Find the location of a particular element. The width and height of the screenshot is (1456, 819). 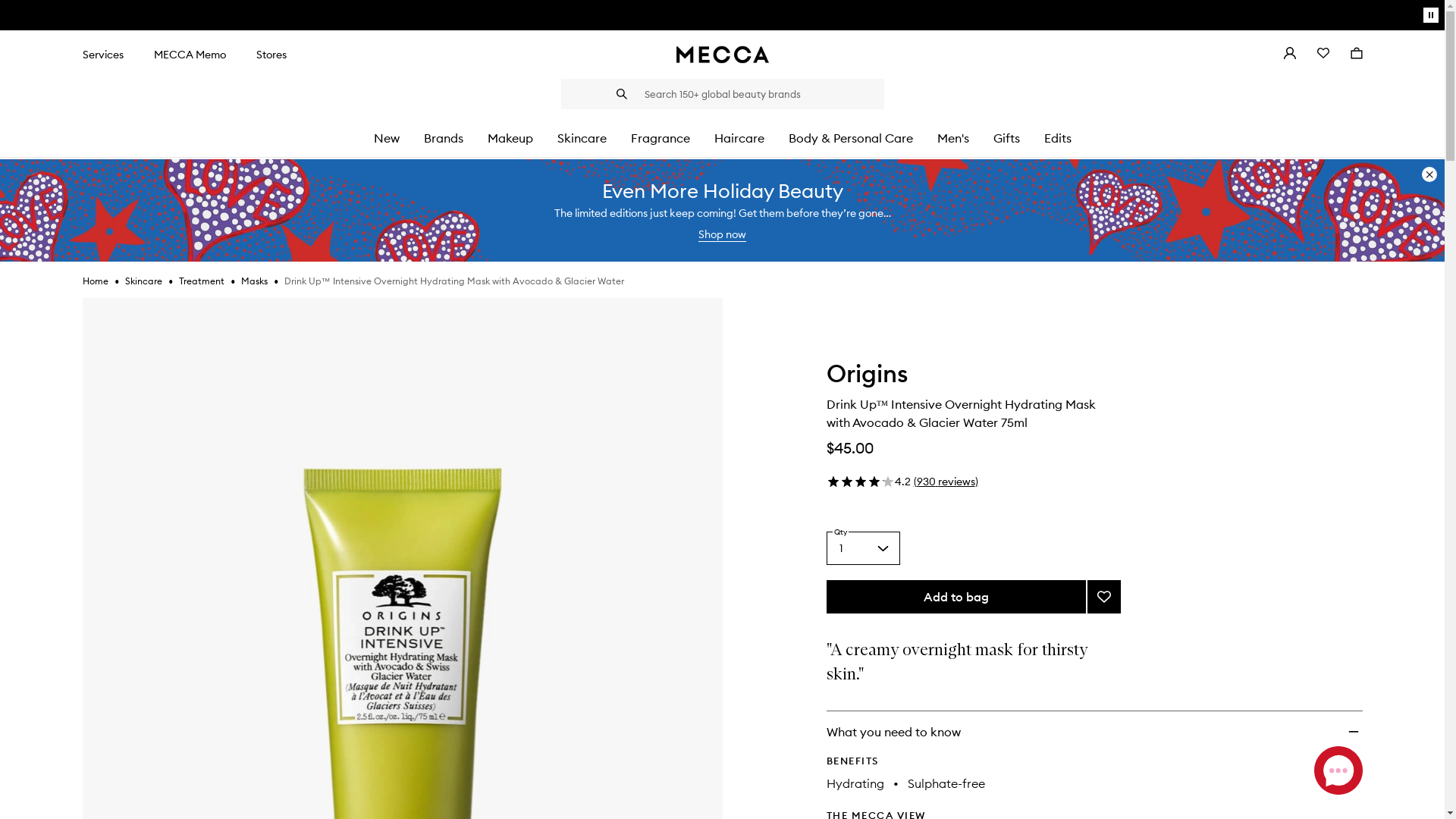

'1' is located at coordinates (863, 548).